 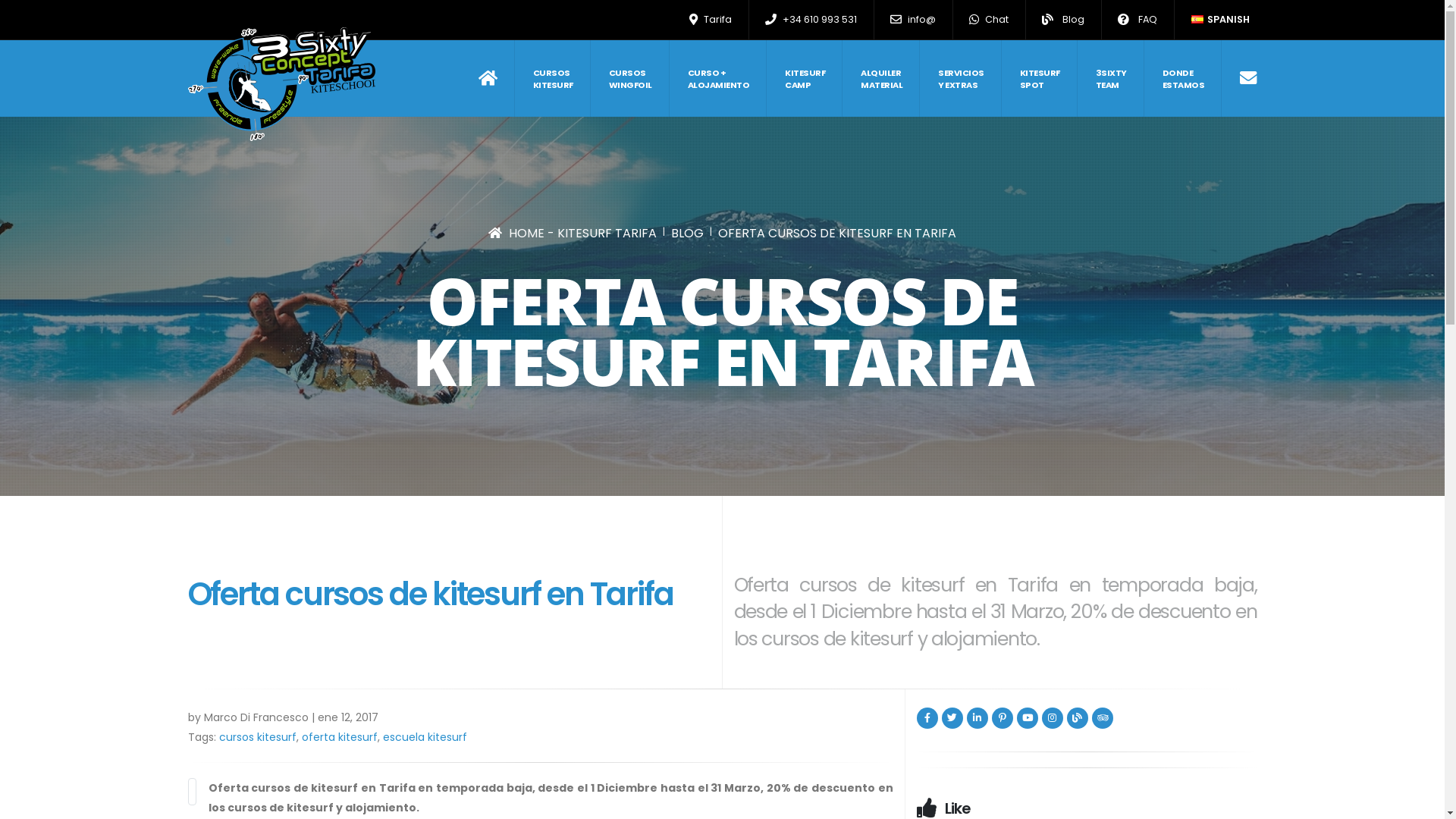 What do you see at coordinates (881, 78) in the screenshot?
I see `'ALQUILER MATERIAL'` at bounding box center [881, 78].